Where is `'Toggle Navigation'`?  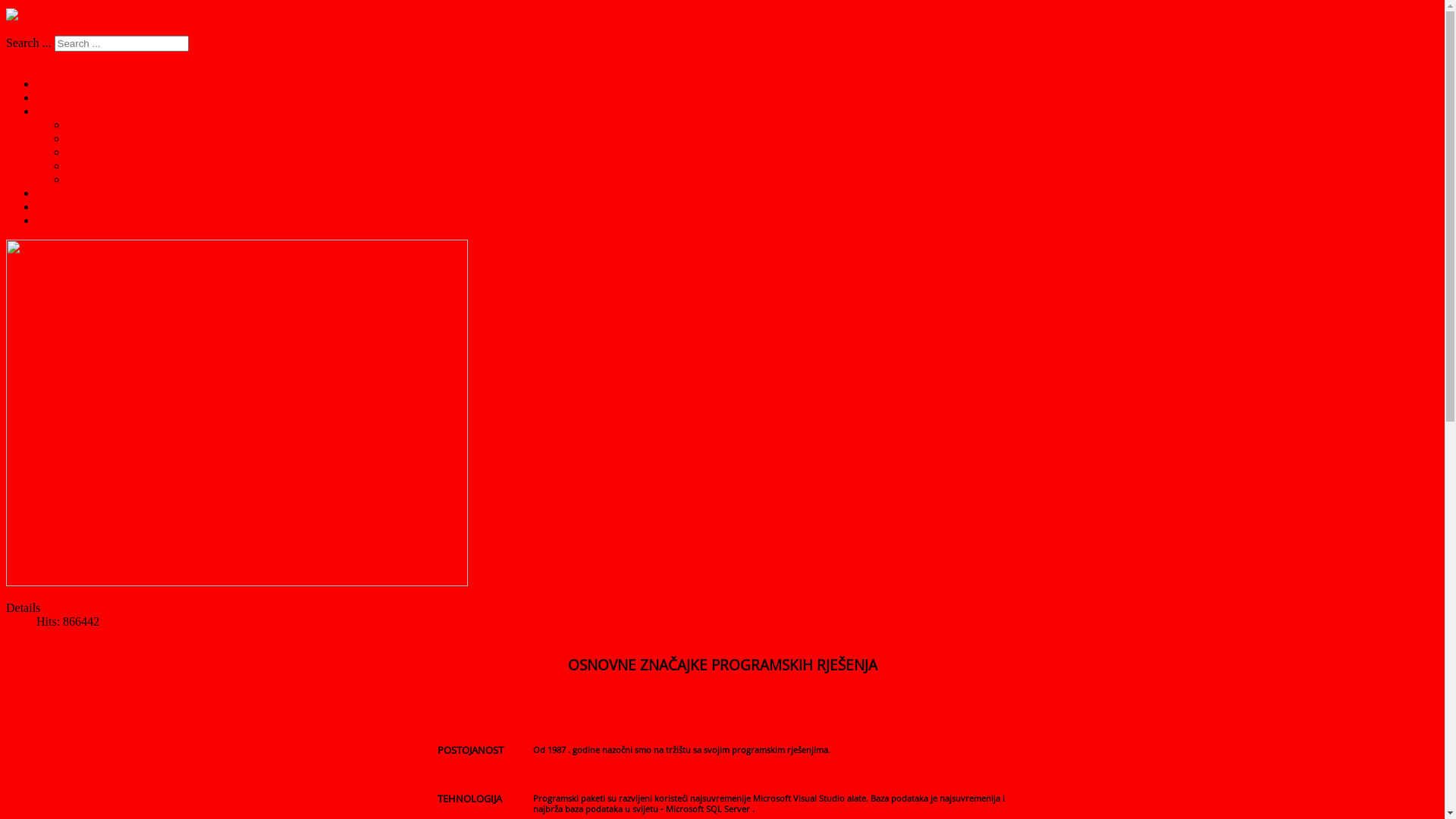 'Toggle Navigation' is located at coordinates (51, 57).